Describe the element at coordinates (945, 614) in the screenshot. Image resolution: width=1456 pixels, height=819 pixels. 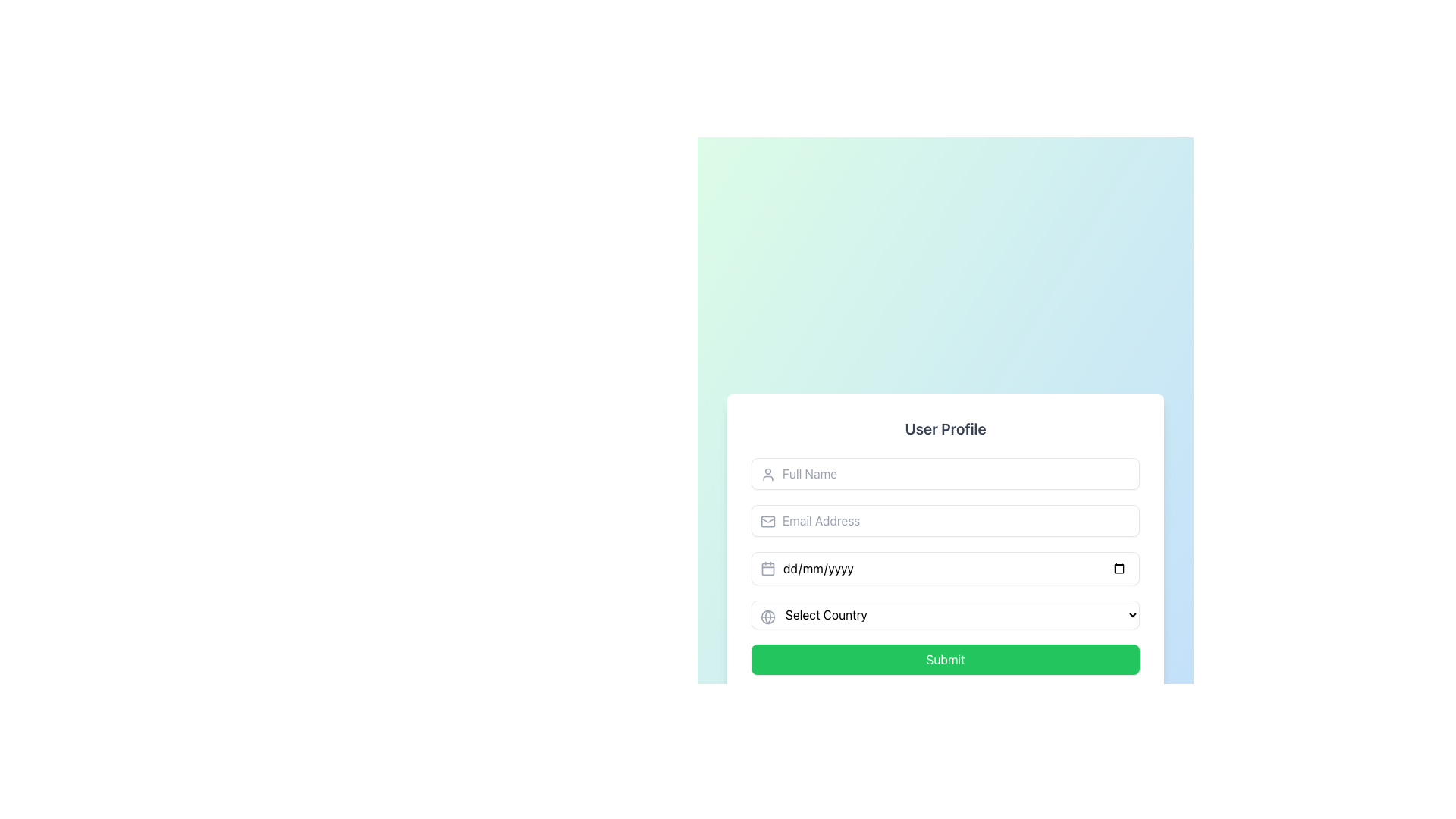
I see `the dropdown menu labeled 'Select Country' located in the User Profile form, positioned above the Submit button and below the date input field` at that location.